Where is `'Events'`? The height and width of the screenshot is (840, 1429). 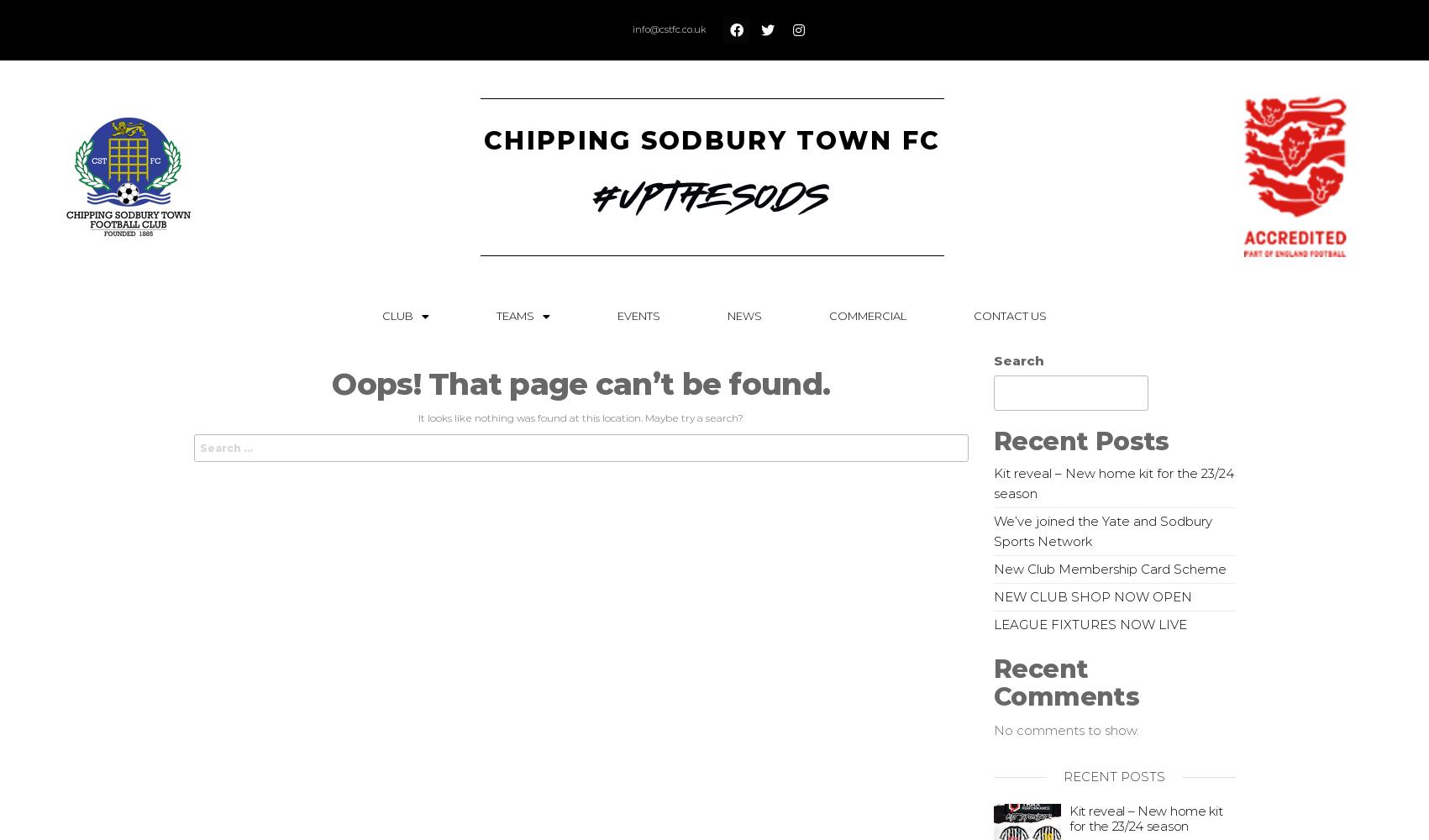
'Events' is located at coordinates (638, 316).